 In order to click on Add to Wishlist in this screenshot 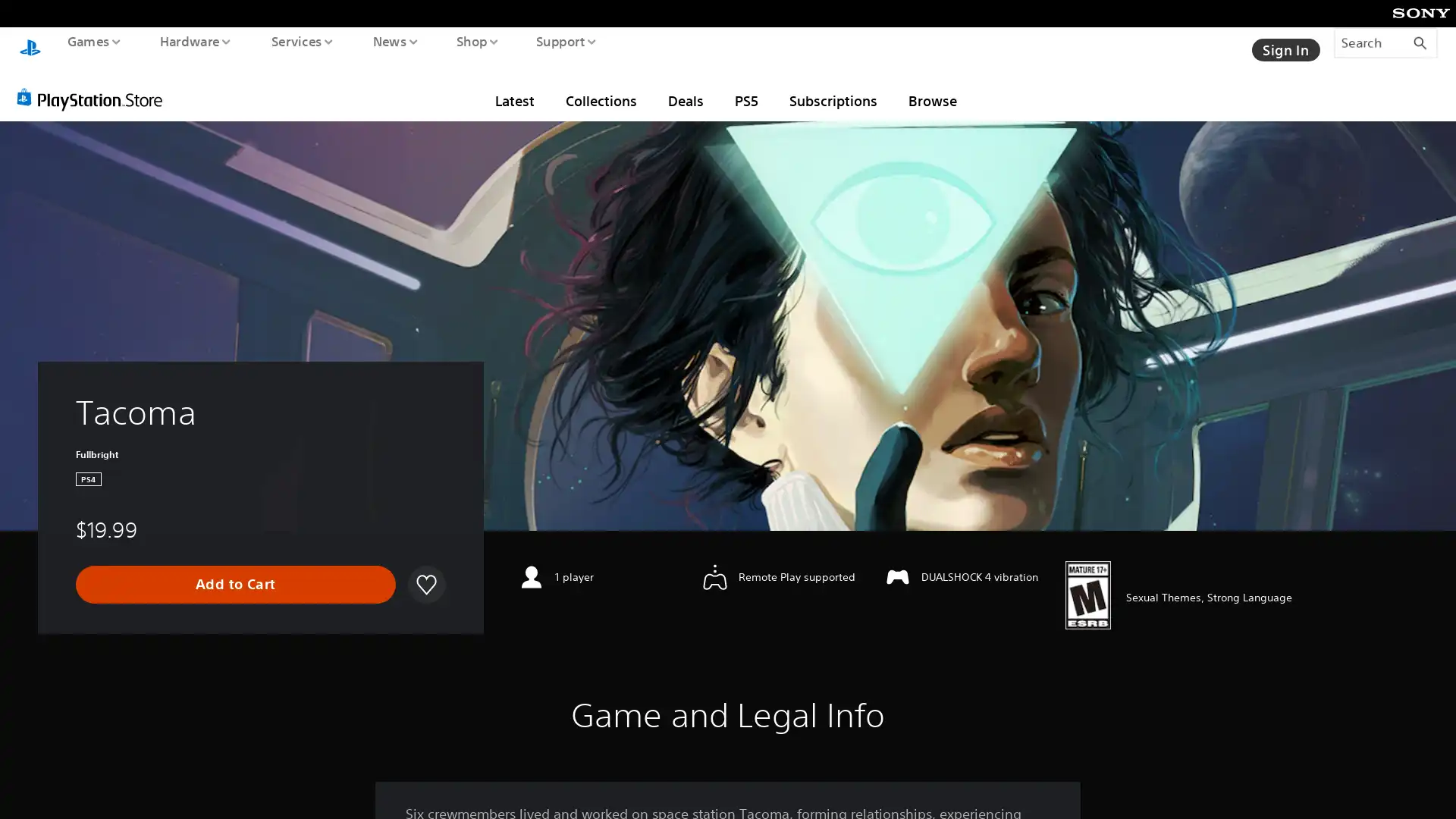, I will do `click(425, 570)`.